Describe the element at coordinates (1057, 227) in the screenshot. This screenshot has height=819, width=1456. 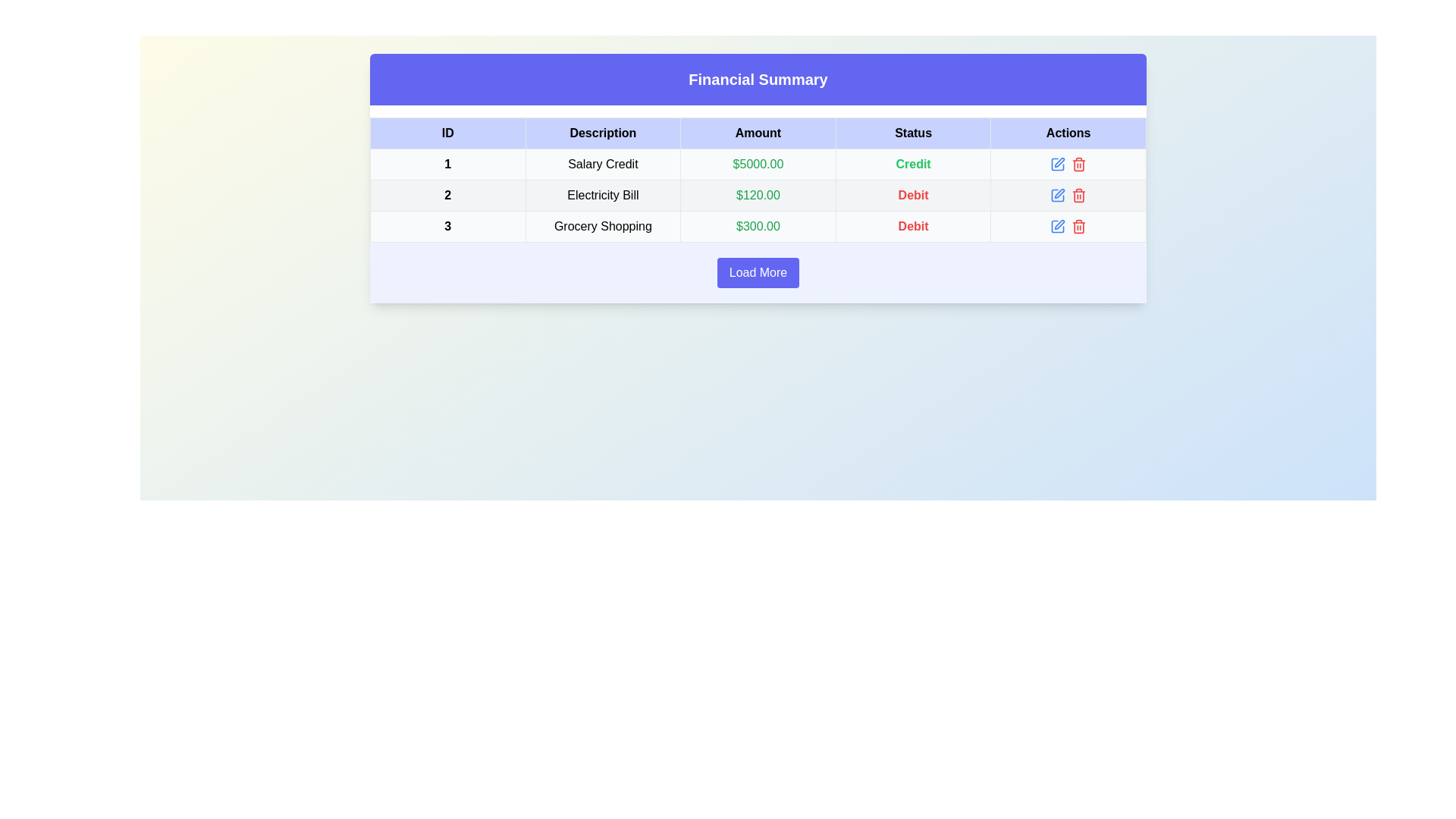
I see `the edit icon located next to the trash bin icon in the 'Actions' column of the third row of the data table` at that location.